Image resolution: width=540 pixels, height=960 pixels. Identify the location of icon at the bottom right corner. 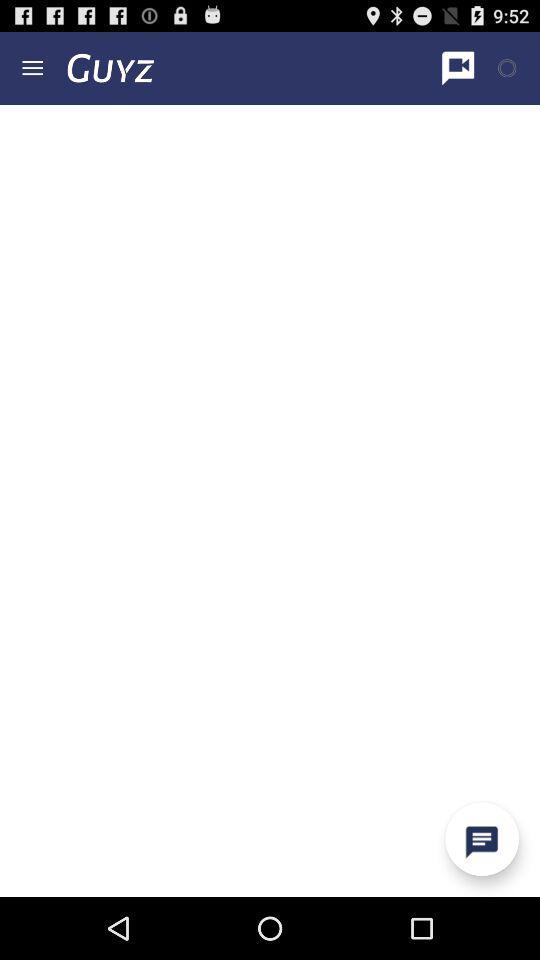
(481, 839).